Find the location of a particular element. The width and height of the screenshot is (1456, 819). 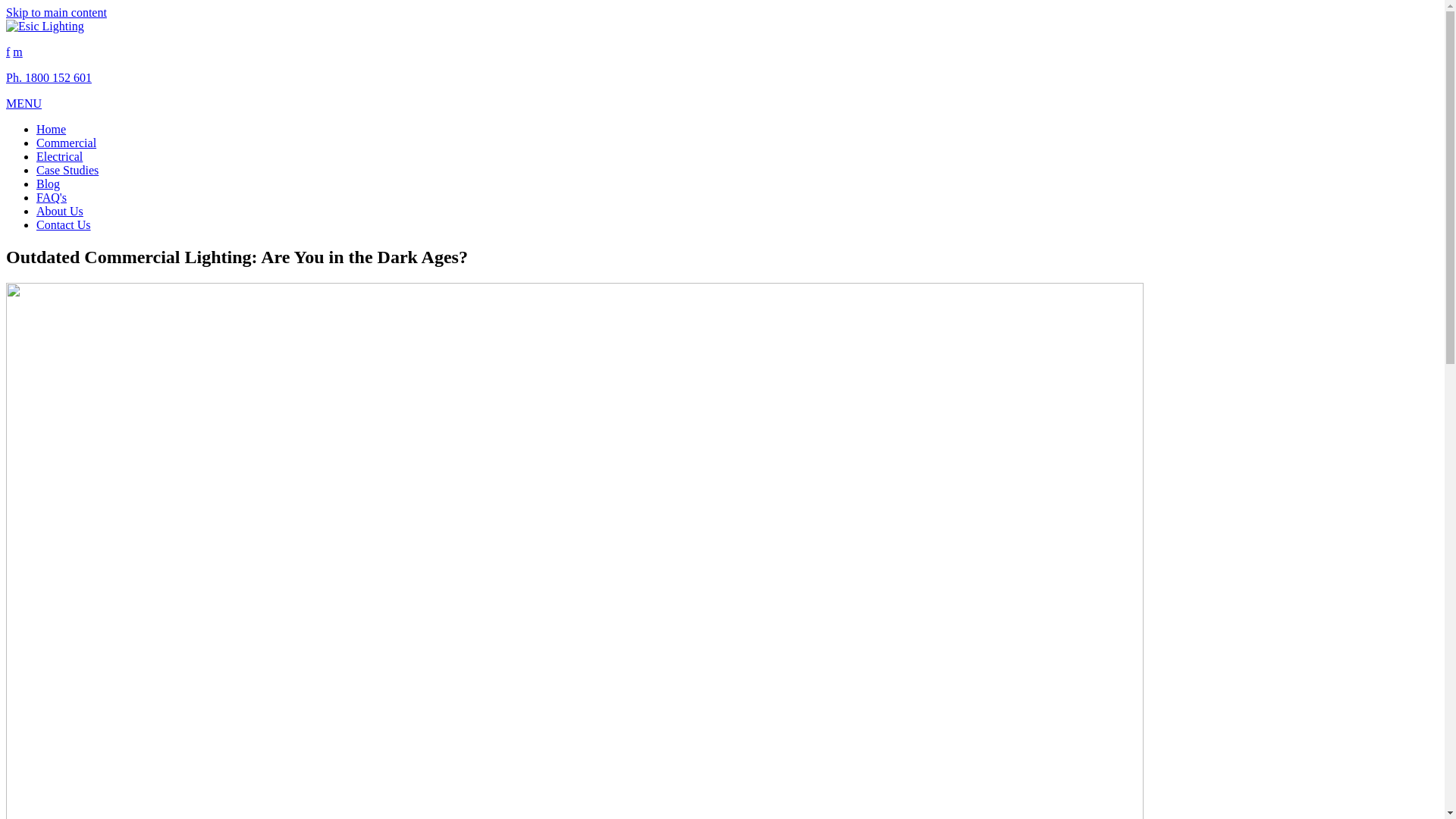

'm' is located at coordinates (17, 51).